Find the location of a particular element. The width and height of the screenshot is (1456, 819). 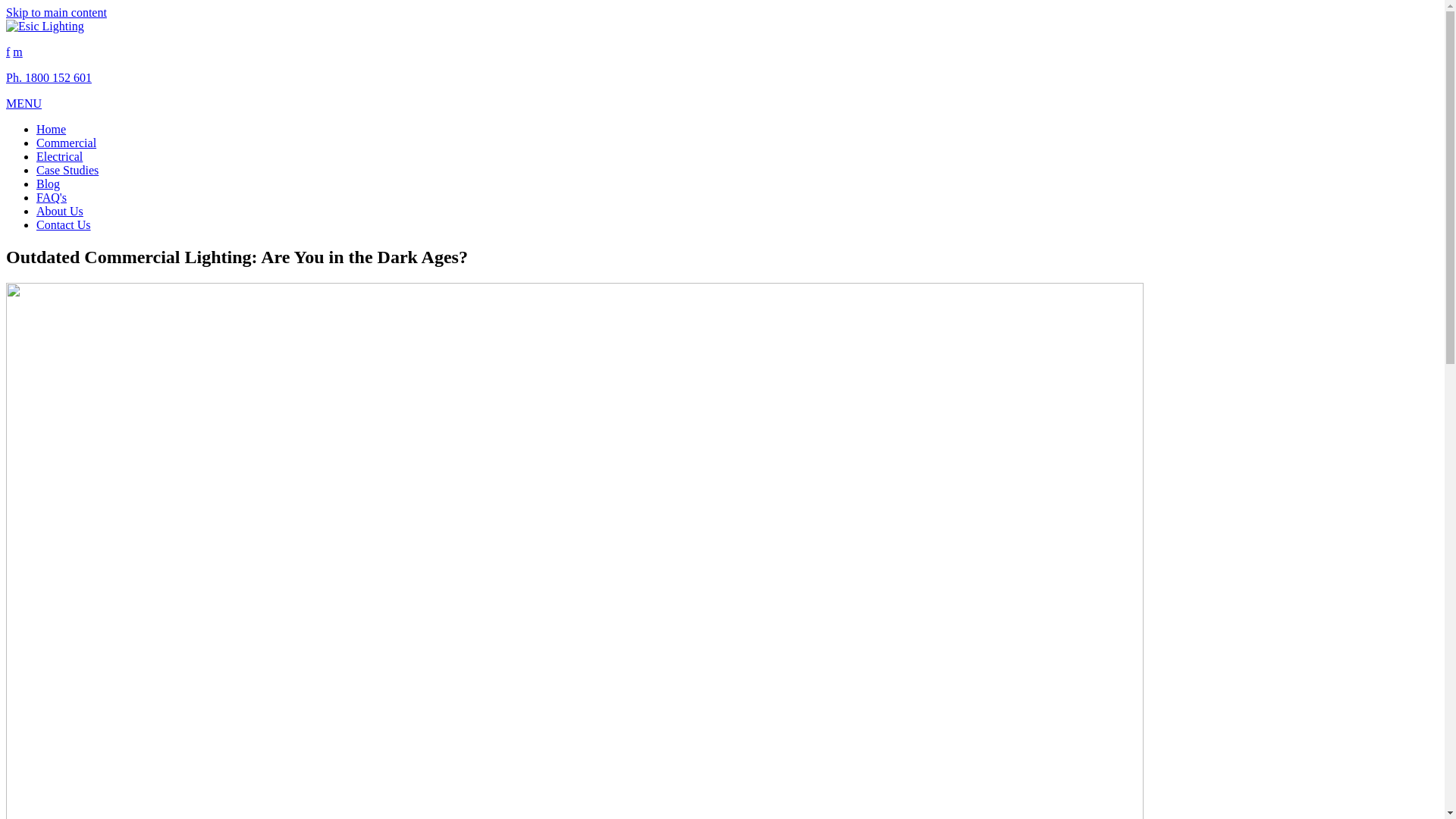

'm' is located at coordinates (17, 51).